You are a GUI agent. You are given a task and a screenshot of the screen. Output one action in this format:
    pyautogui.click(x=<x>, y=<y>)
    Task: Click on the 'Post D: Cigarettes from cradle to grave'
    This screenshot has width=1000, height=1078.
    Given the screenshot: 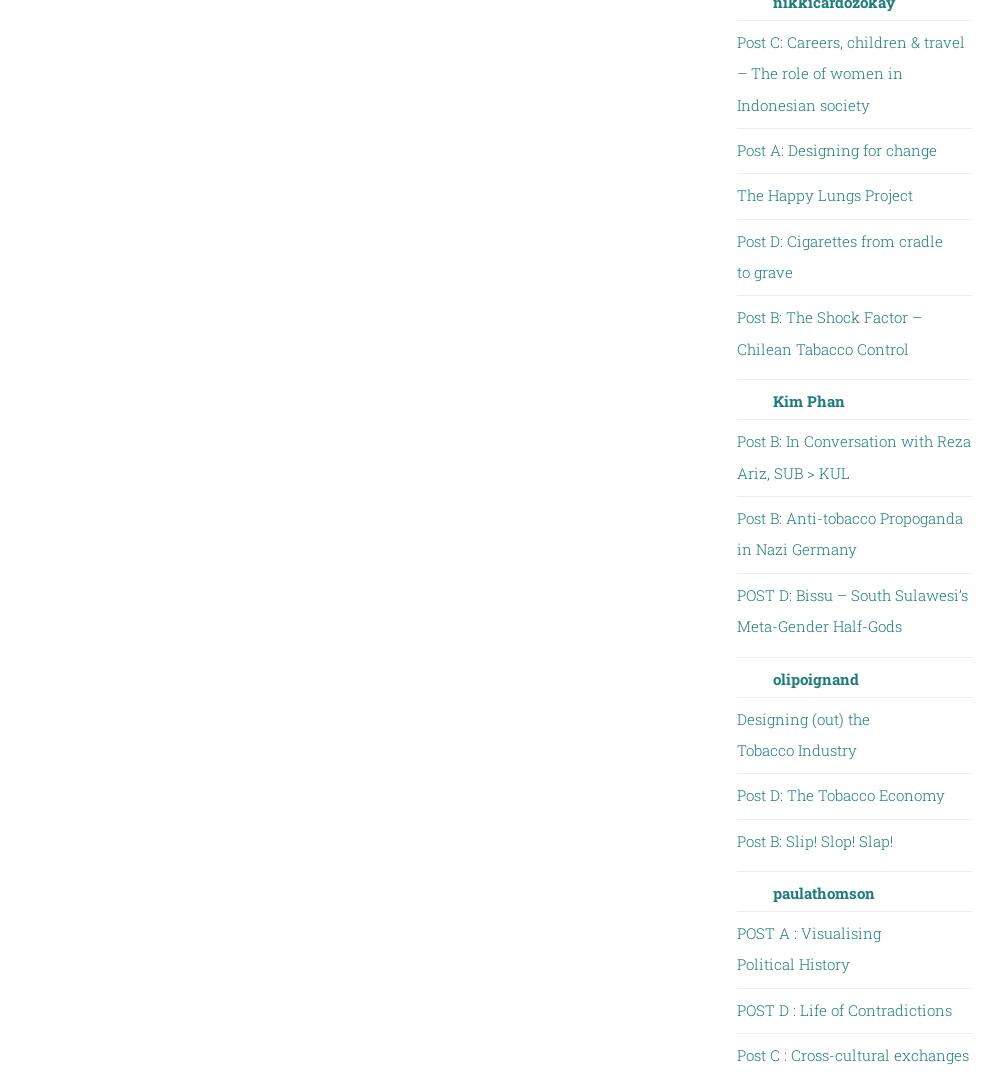 What is the action you would take?
    pyautogui.click(x=838, y=255)
    